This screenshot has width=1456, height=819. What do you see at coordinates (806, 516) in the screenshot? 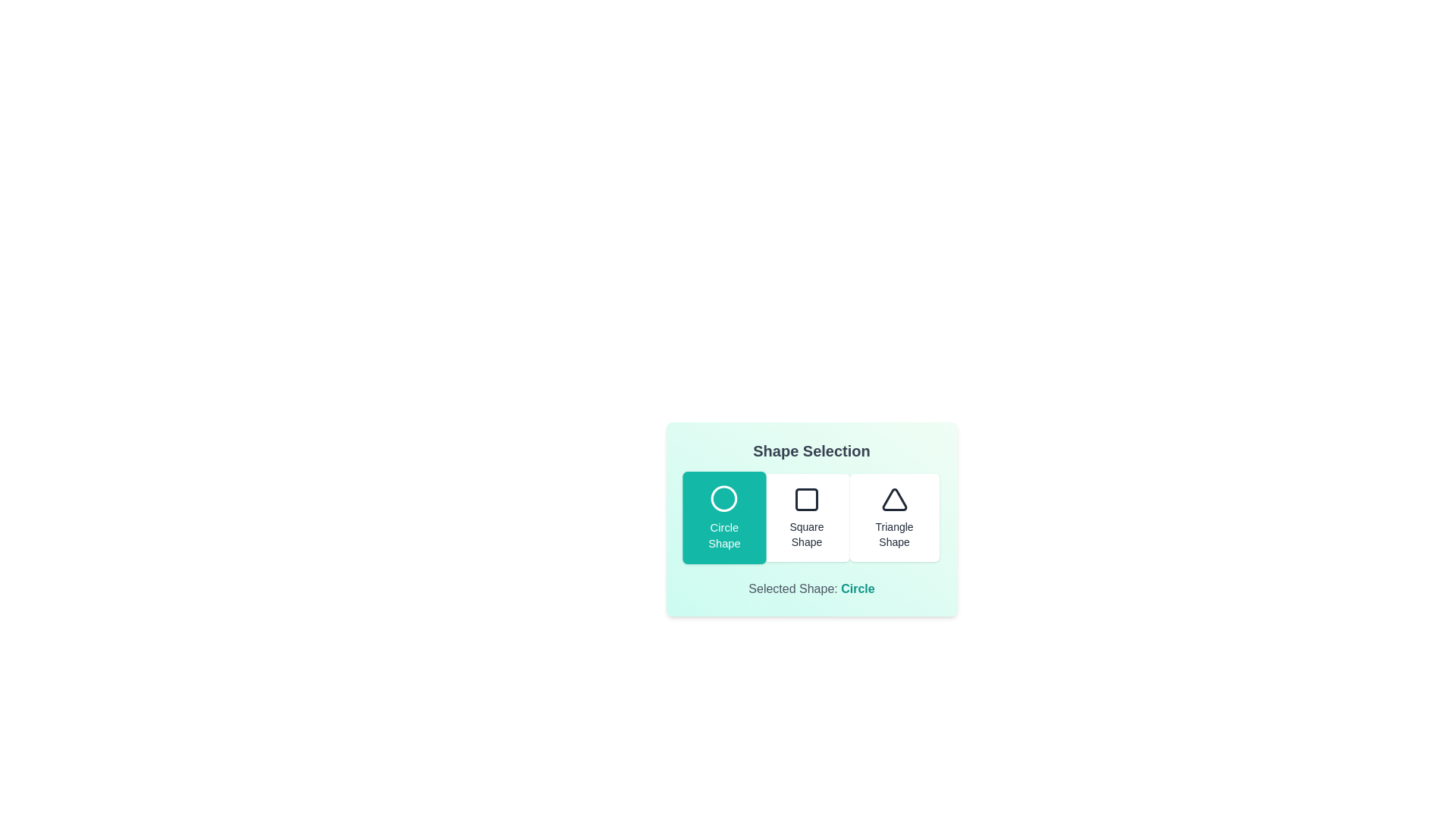
I see `the square button to observe its hover effect` at bounding box center [806, 516].